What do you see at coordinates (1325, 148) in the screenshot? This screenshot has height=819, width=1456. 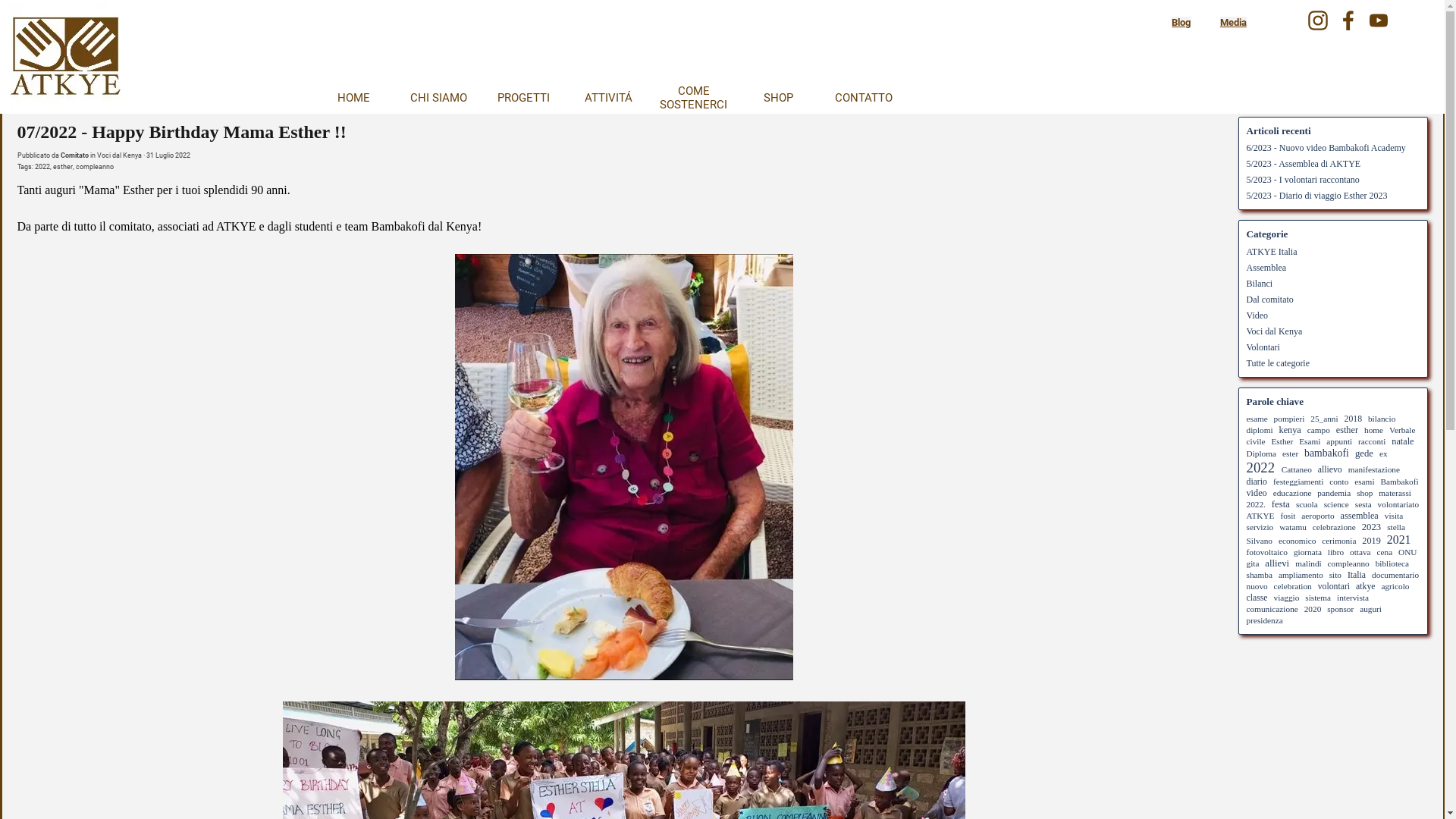 I see `'6/2023 - Nuovo video Bambakofi Academy'` at bounding box center [1325, 148].